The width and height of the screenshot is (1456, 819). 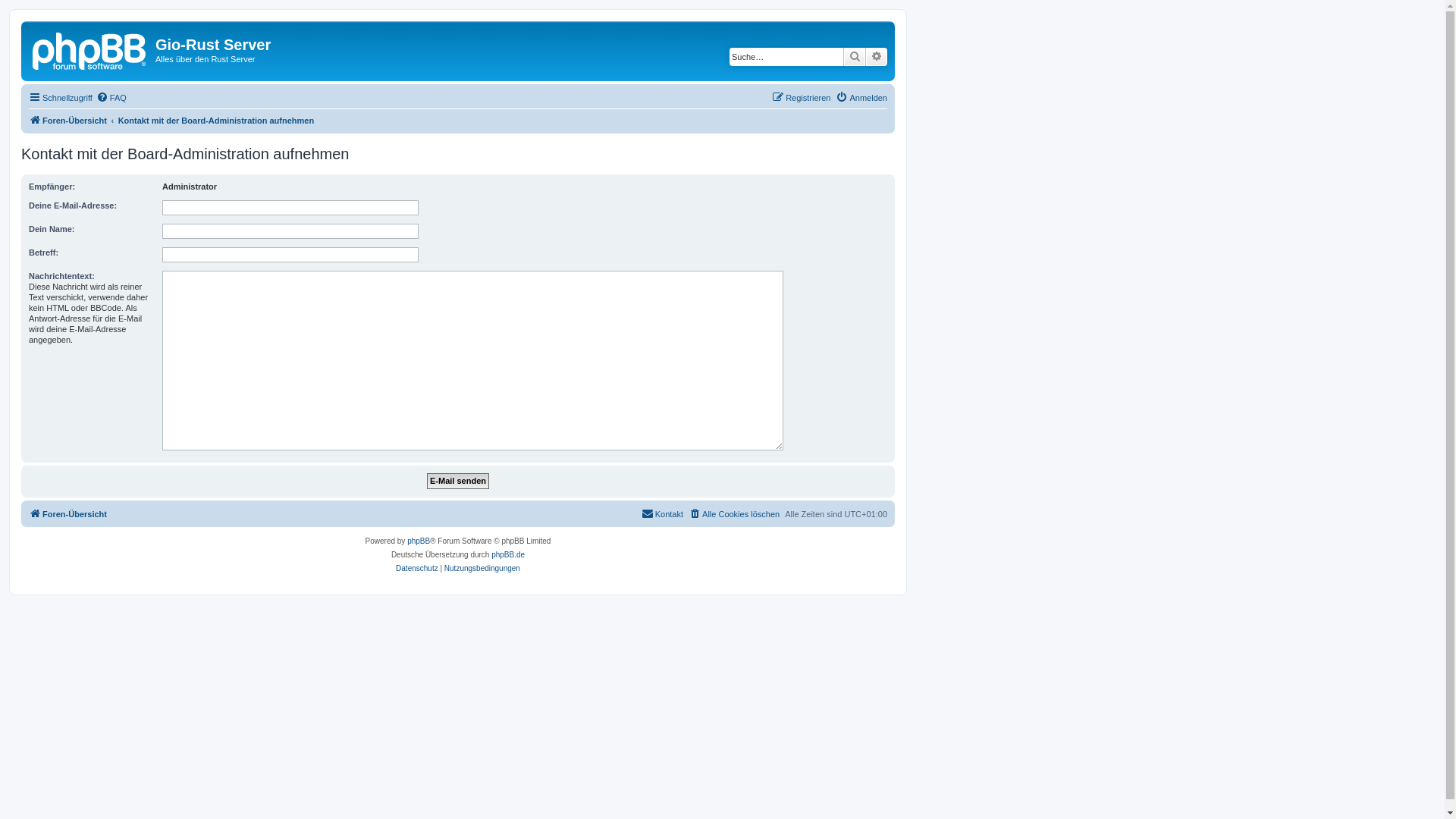 What do you see at coordinates (861, 97) in the screenshot?
I see `'Anmelden'` at bounding box center [861, 97].